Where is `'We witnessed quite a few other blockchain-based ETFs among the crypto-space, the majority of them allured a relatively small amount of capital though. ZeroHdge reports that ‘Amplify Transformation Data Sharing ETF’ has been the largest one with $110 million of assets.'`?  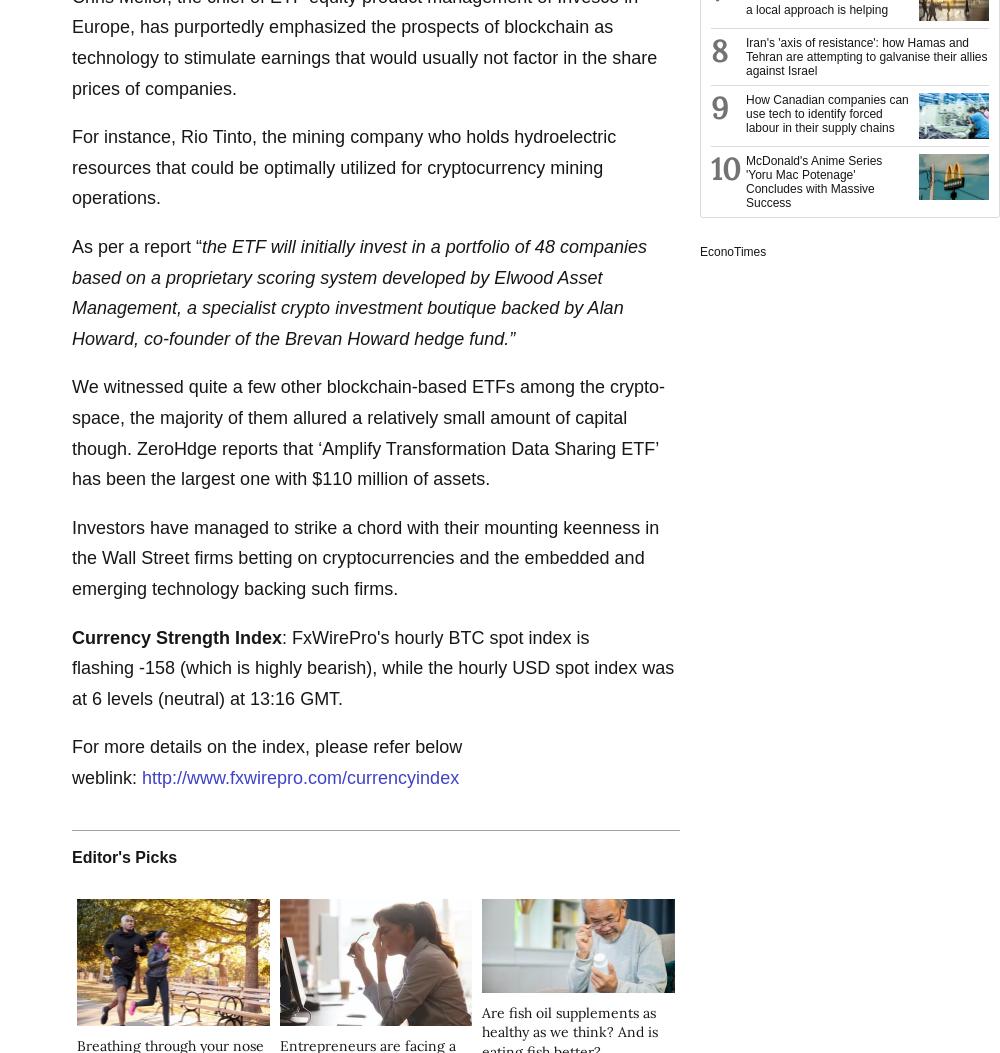
'We witnessed quite a few other blockchain-based ETFs among the crypto-space, the majority of them allured a relatively small amount of capital though. ZeroHdge reports that ‘Amplify Transformation Data Sharing ETF’ has been the largest one with $110 million of assets.' is located at coordinates (367, 431).